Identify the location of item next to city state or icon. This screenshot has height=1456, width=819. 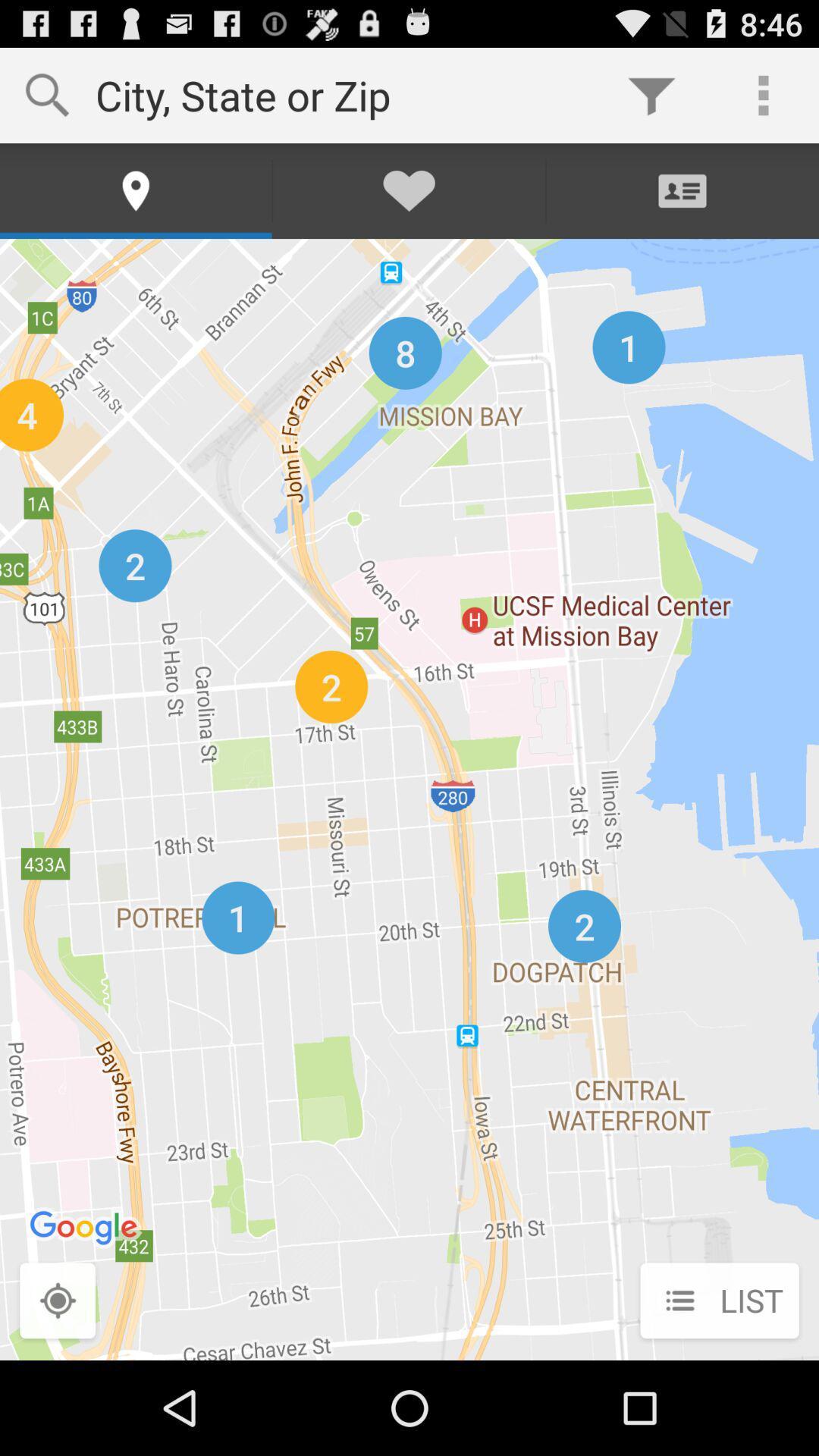
(651, 94).